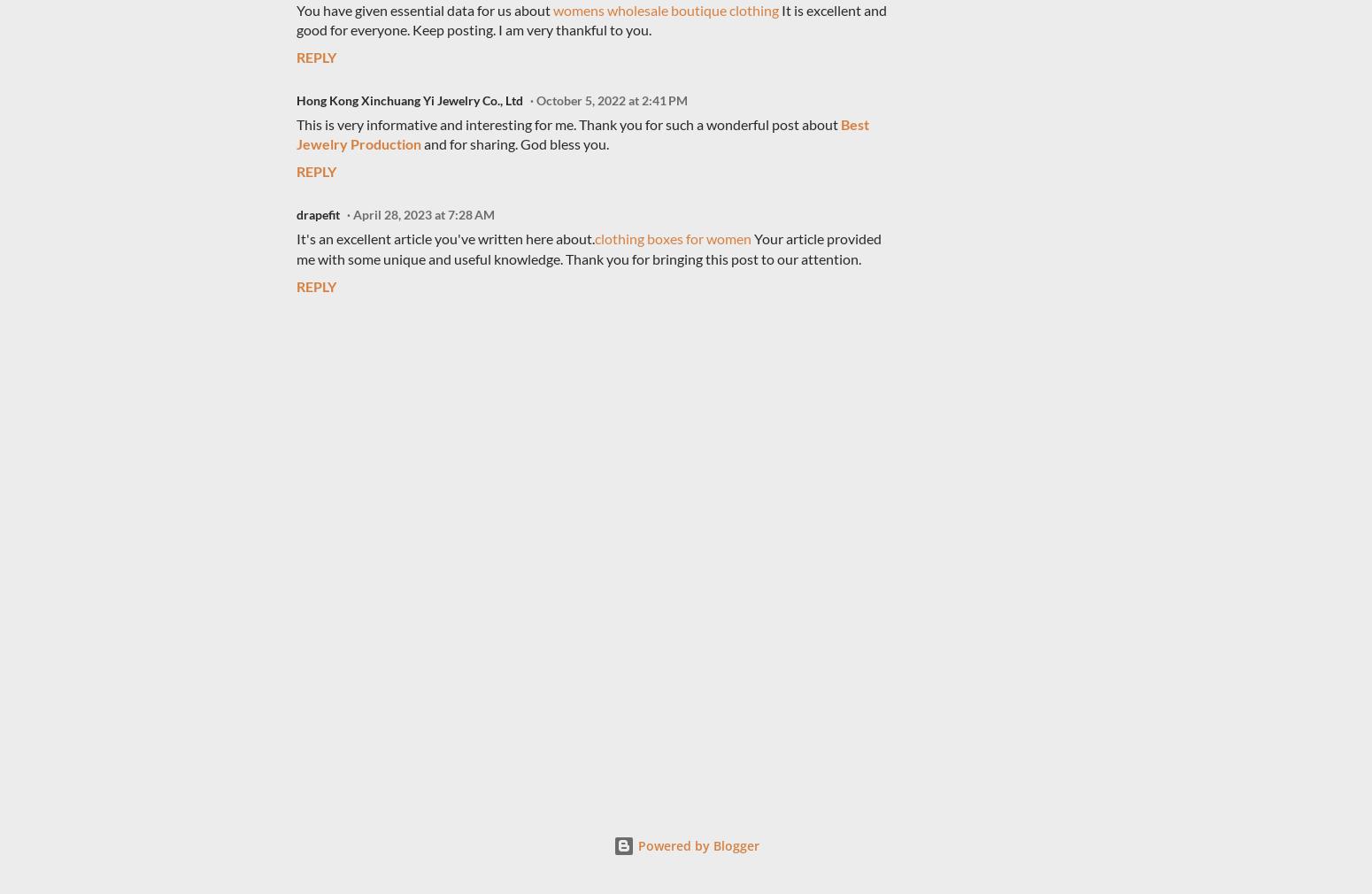 This screenshot has width=1372, height=894. What do you see at coordinates (611, 98) in the screenshot?
I see `'October 5, 2022 at 2:41 PM'` at bounding box center [611, 98].